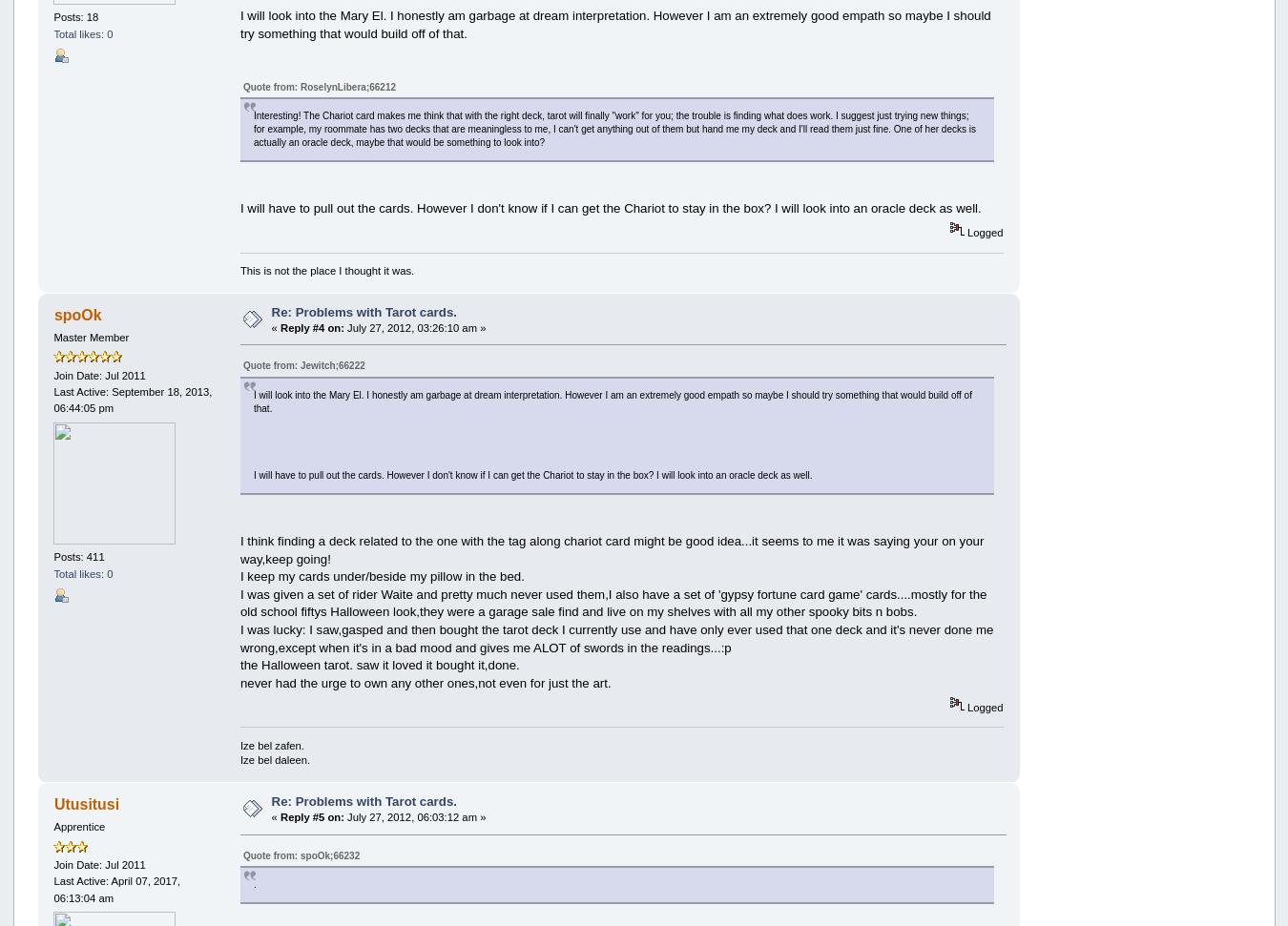 This screenshot has height=926, width=1288. I want to click on 'This is not the place I thought it was.', so click(326, 269).